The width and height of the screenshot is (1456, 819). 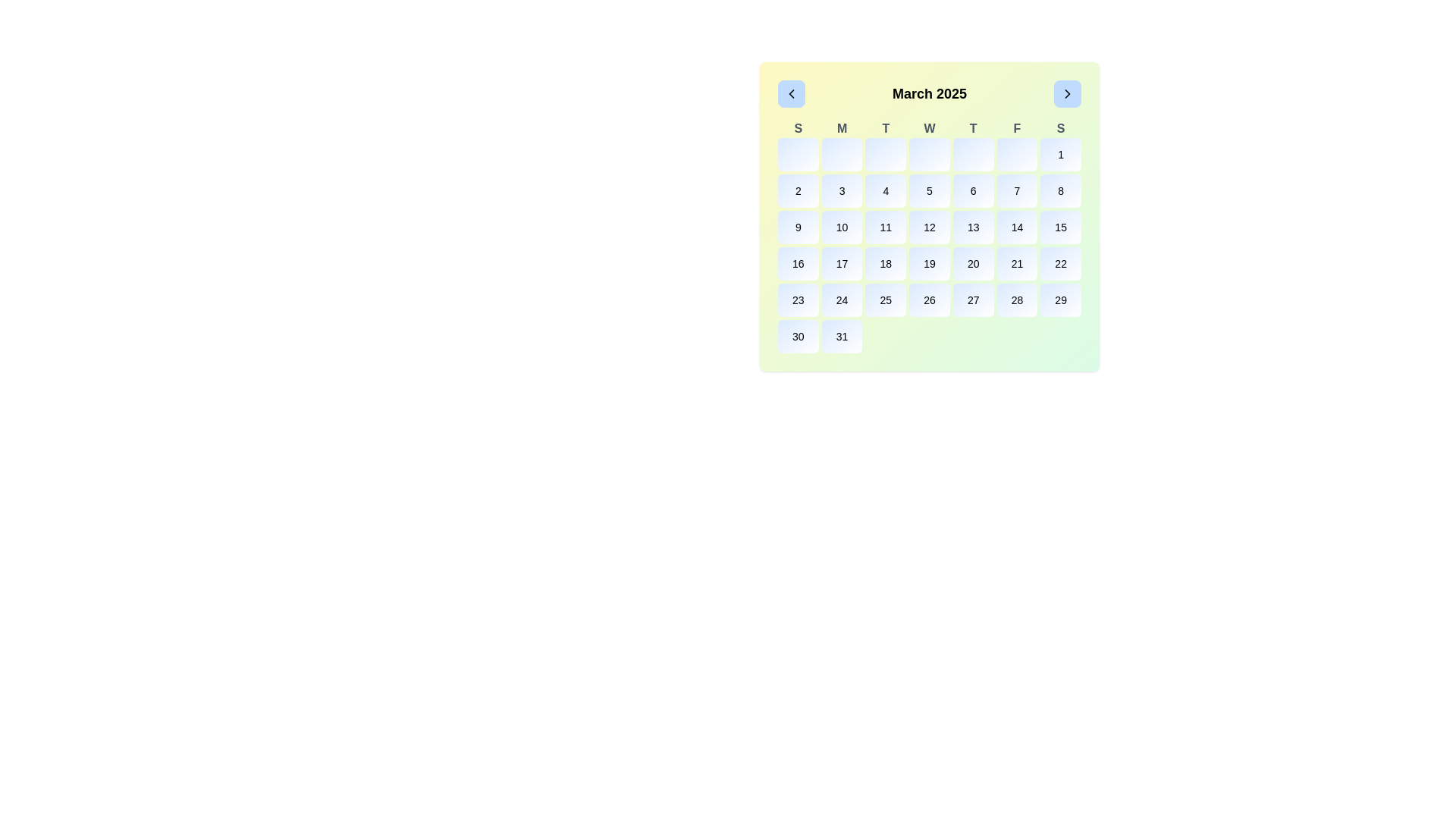 What do you see at coordinates (886, 300) in the screenshot?
I see `the clickable date box displaying the number '25' in the calendar grid` at bounding box center [886, 300].